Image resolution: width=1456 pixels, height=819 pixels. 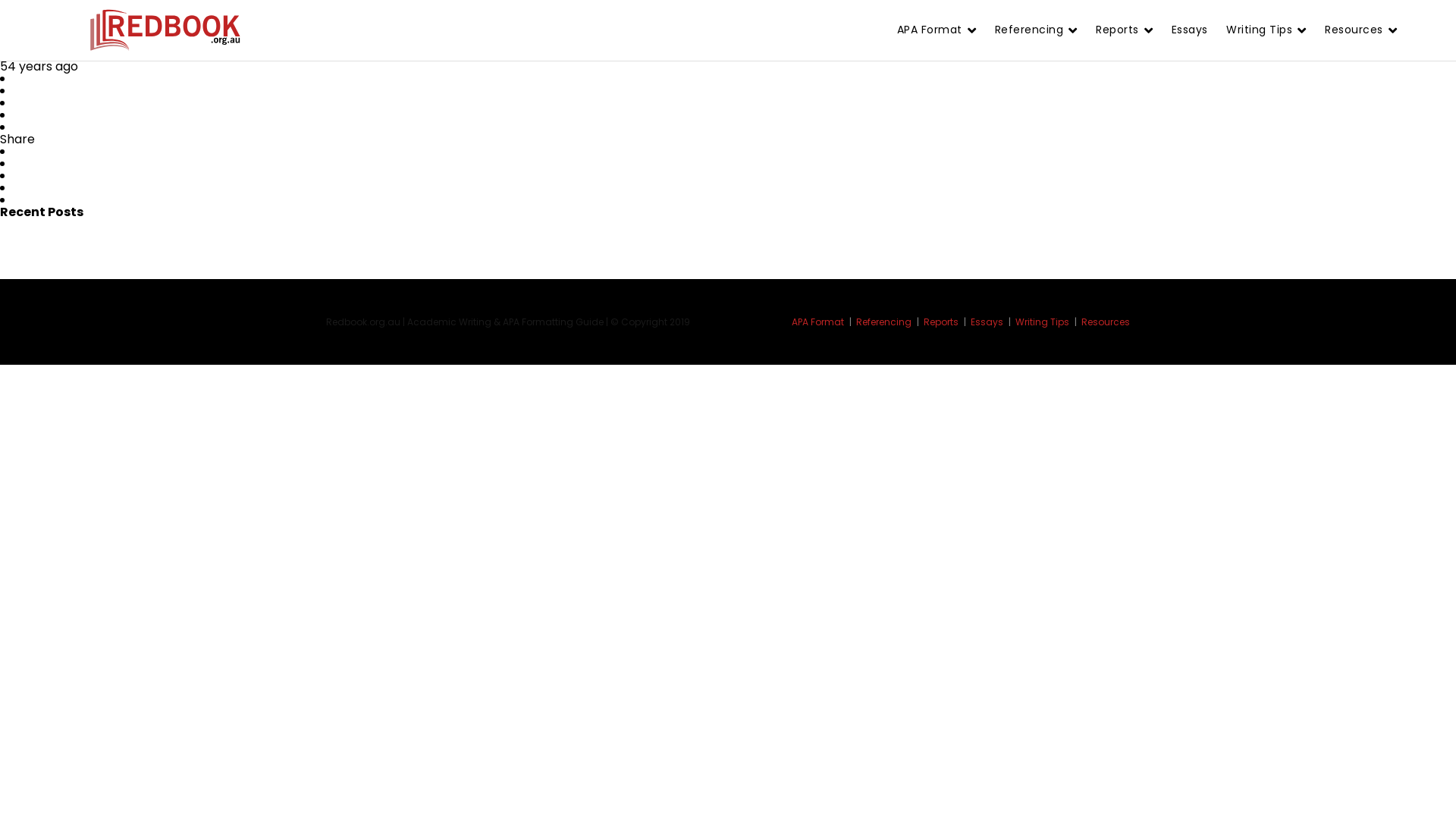 What do you see at coordinates (1106, 321) in the screenshot?
I see `'Resources'` at bounding box center [1106, 321].